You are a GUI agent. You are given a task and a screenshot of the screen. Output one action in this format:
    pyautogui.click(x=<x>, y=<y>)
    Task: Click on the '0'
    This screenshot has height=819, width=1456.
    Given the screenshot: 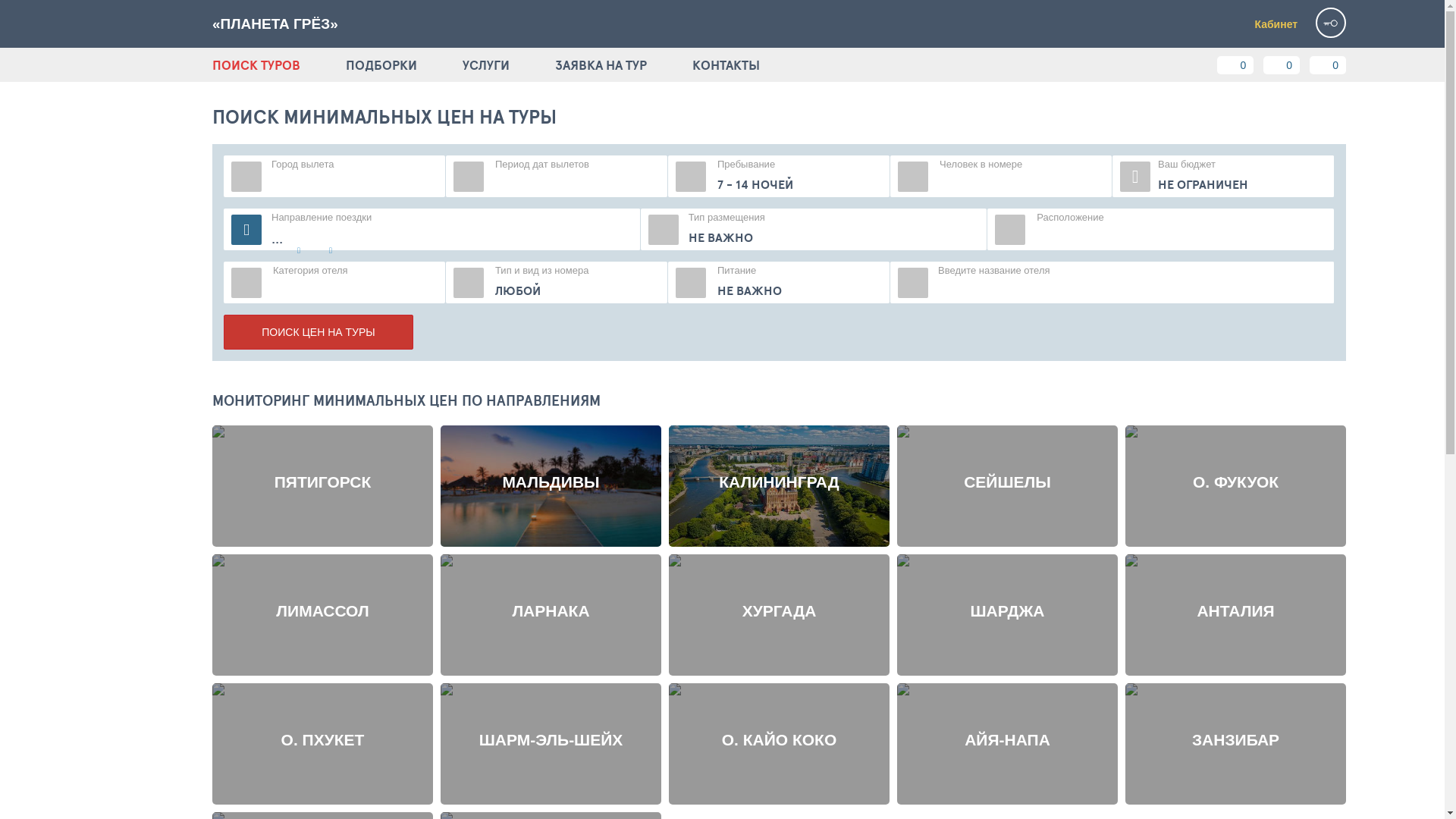 What is the action you would take?
    pyautogui.click(x=1235, y=64)
    